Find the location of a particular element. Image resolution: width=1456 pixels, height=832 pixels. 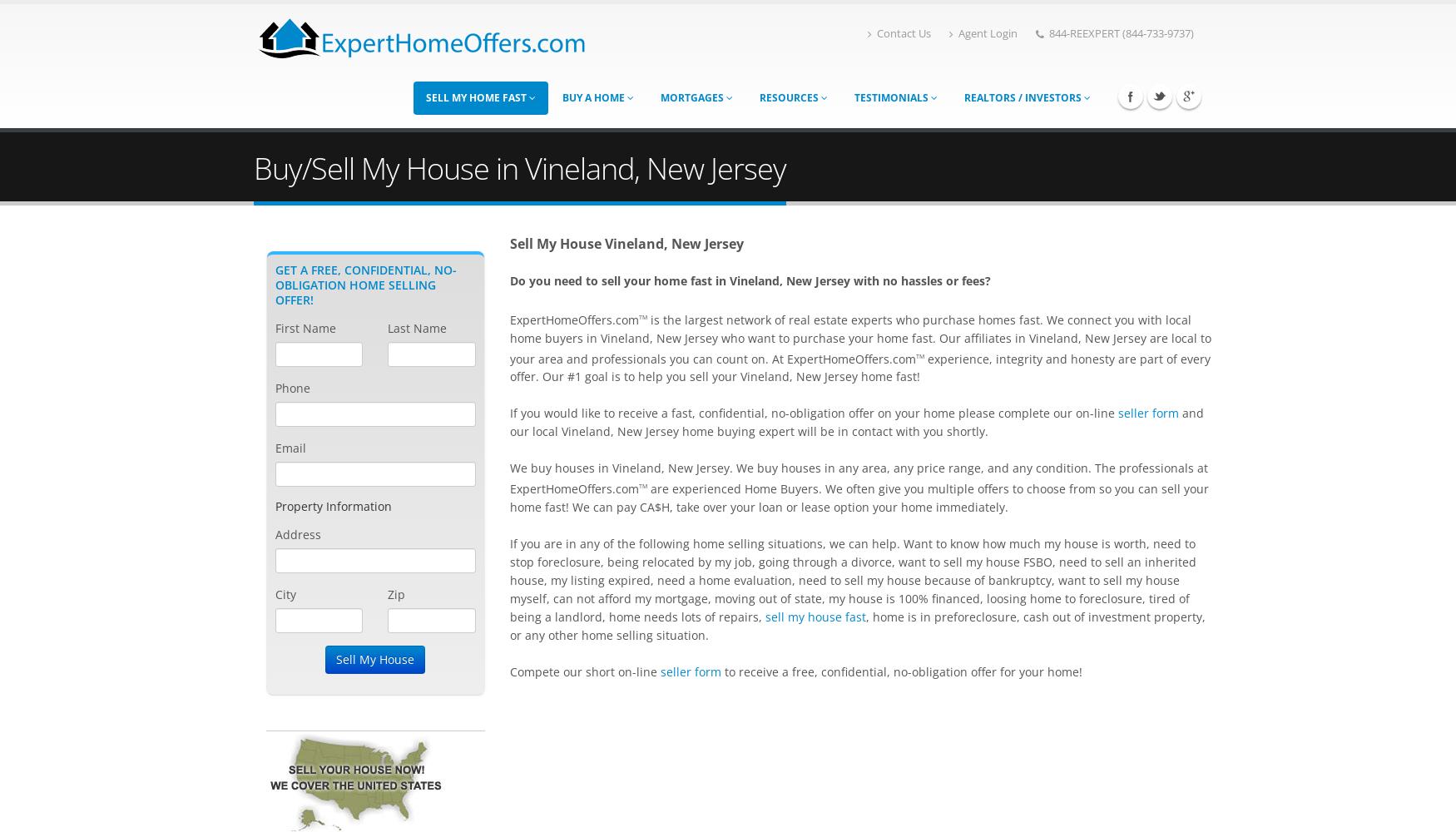

'We buy houses in
	Vineland, New Jersey. We buy houses in any
	area, any price range, and any condition. The professionals at ExpertHomeOffers.com' is located at coordinates (508, 477).